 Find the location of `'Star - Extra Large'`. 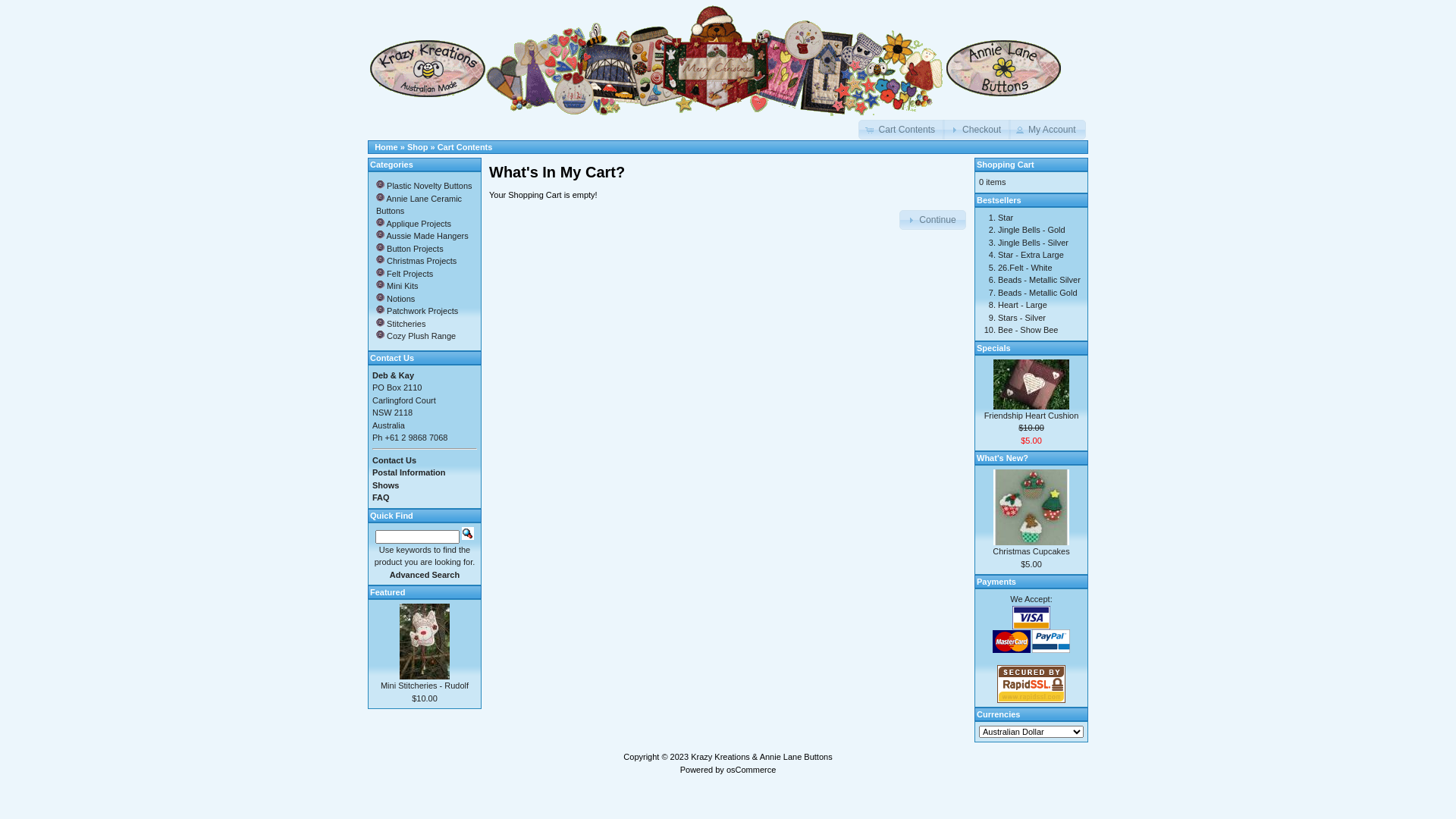

'Star - Extra Large' is located at coordinates (1031, 253).